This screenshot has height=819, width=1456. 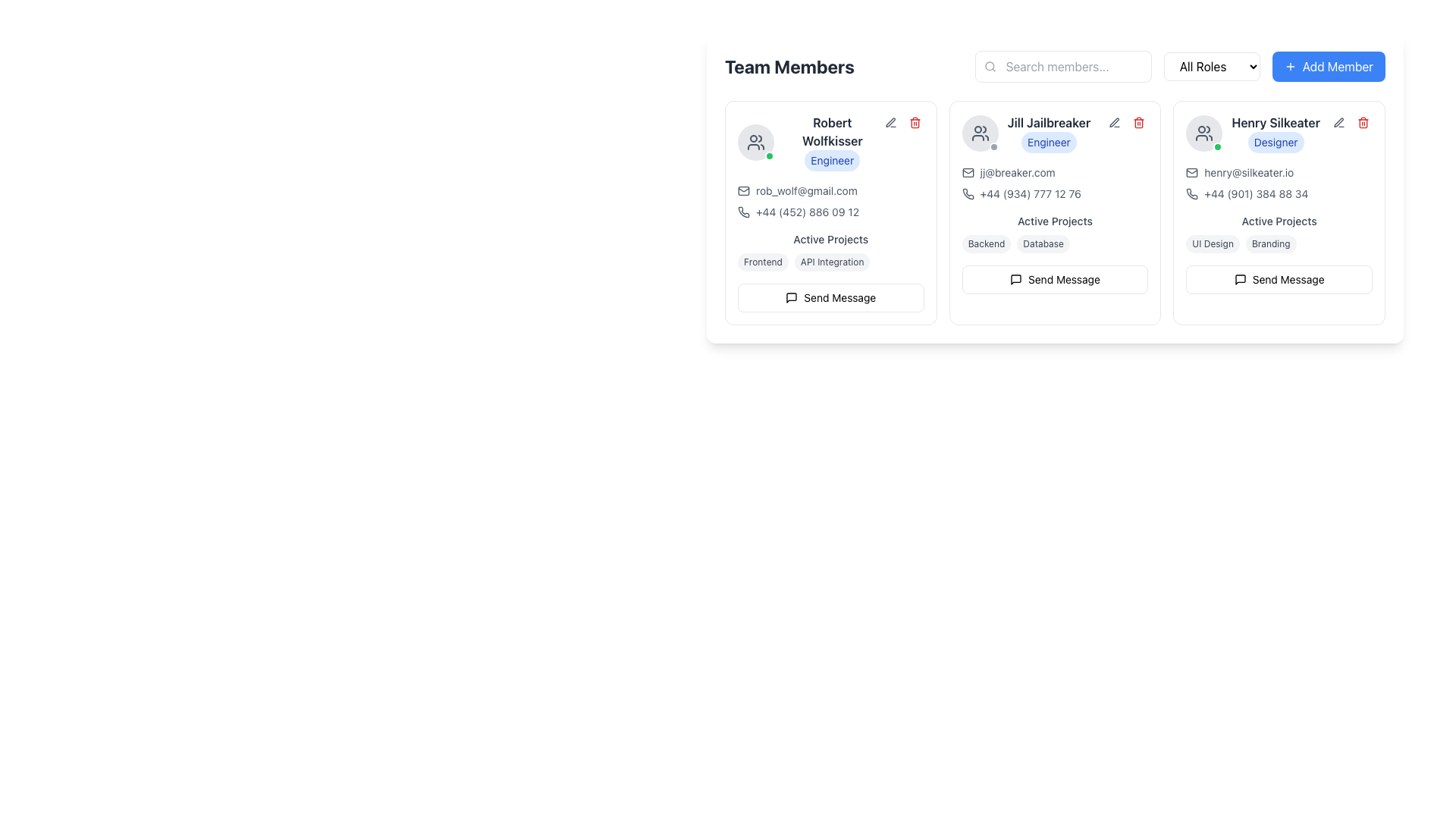 I want to click on the red trash bin icon button located in the top-right corner of Jill Jailbreaker's user card, so click(x=1139, y=122).